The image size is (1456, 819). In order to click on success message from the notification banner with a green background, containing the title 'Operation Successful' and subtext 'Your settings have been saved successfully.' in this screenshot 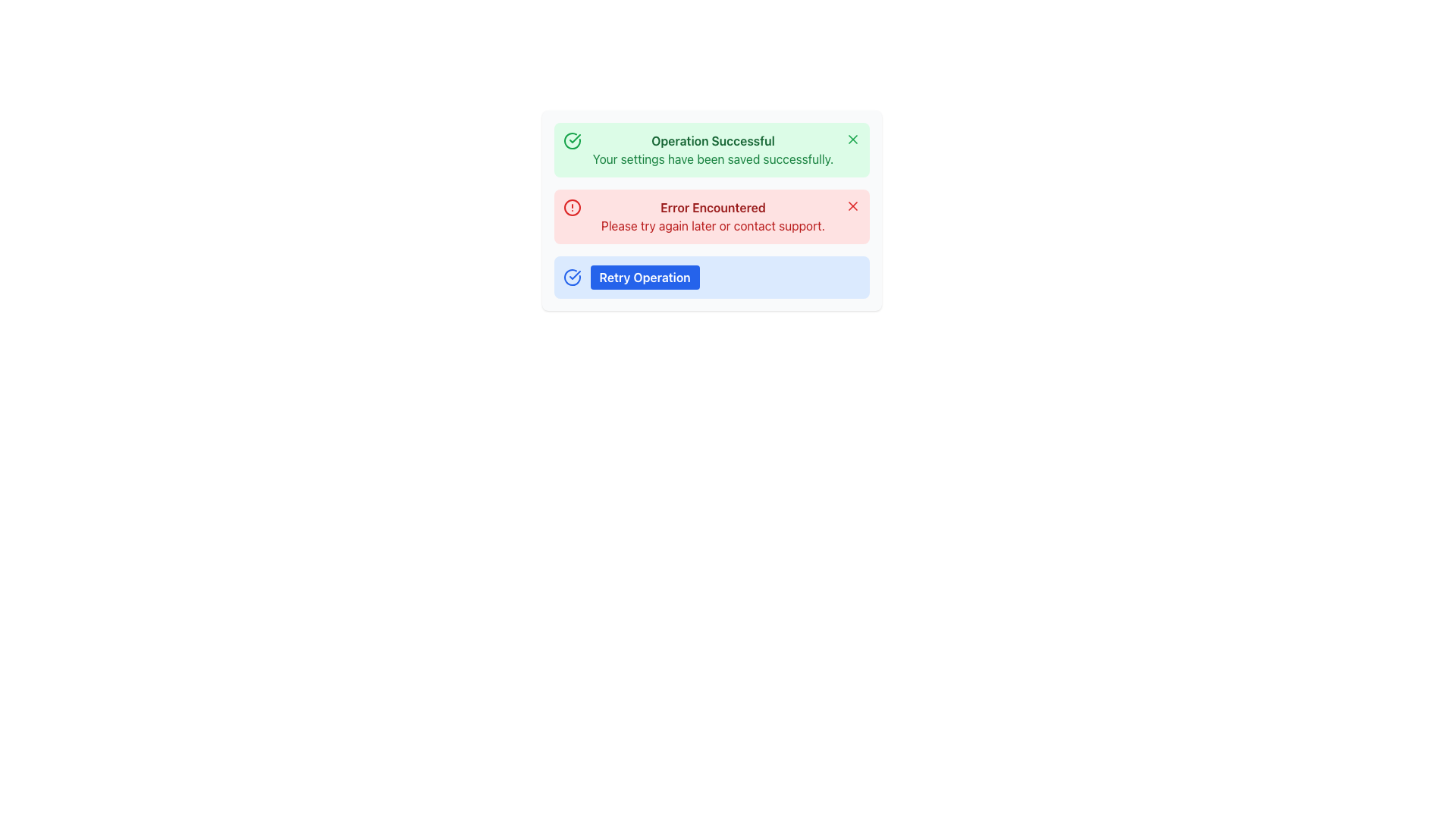, I will do `click(711, 149)`.